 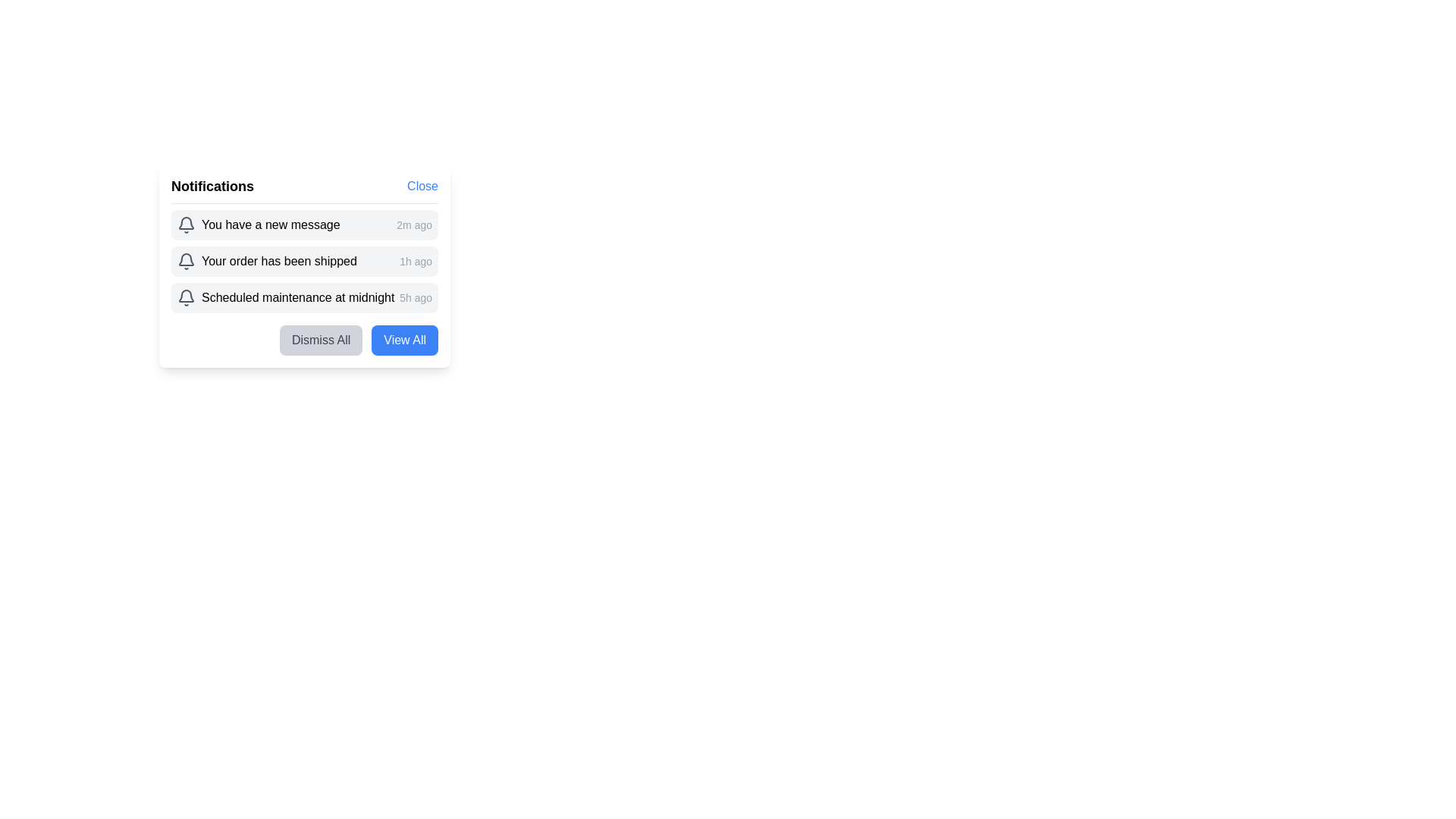 I want to click on the text label indicating the time when the notification was received, which is part of the notification item under the notifications panel, located at the right end of the row displaying 'You have a new message', so click(x=414, y=225).